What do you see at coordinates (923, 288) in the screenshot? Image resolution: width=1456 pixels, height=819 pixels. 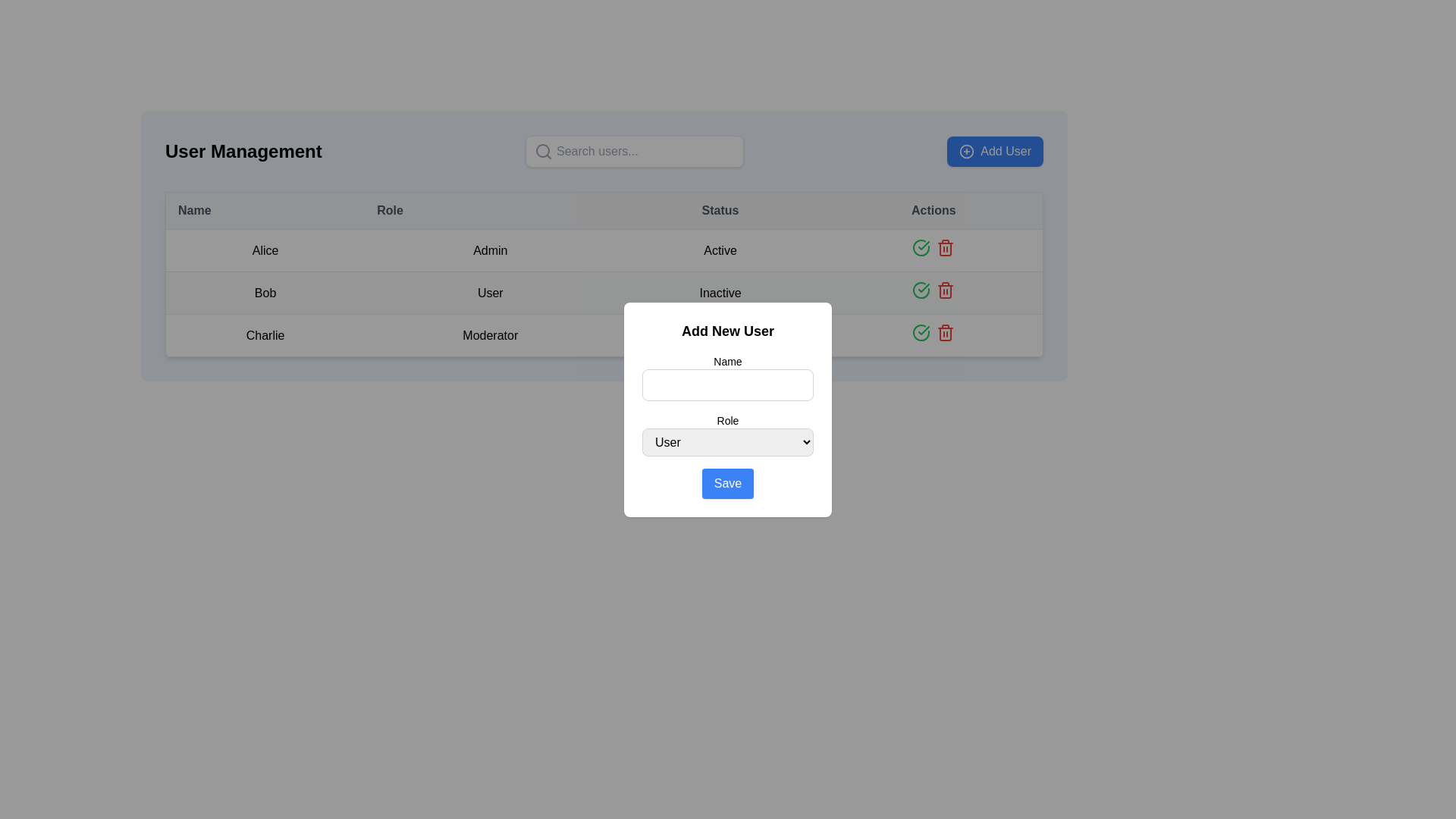 I see `the checkmark icon within the circular boundary in the 'Actions' column of the second row` at bounding box center [923, 288].